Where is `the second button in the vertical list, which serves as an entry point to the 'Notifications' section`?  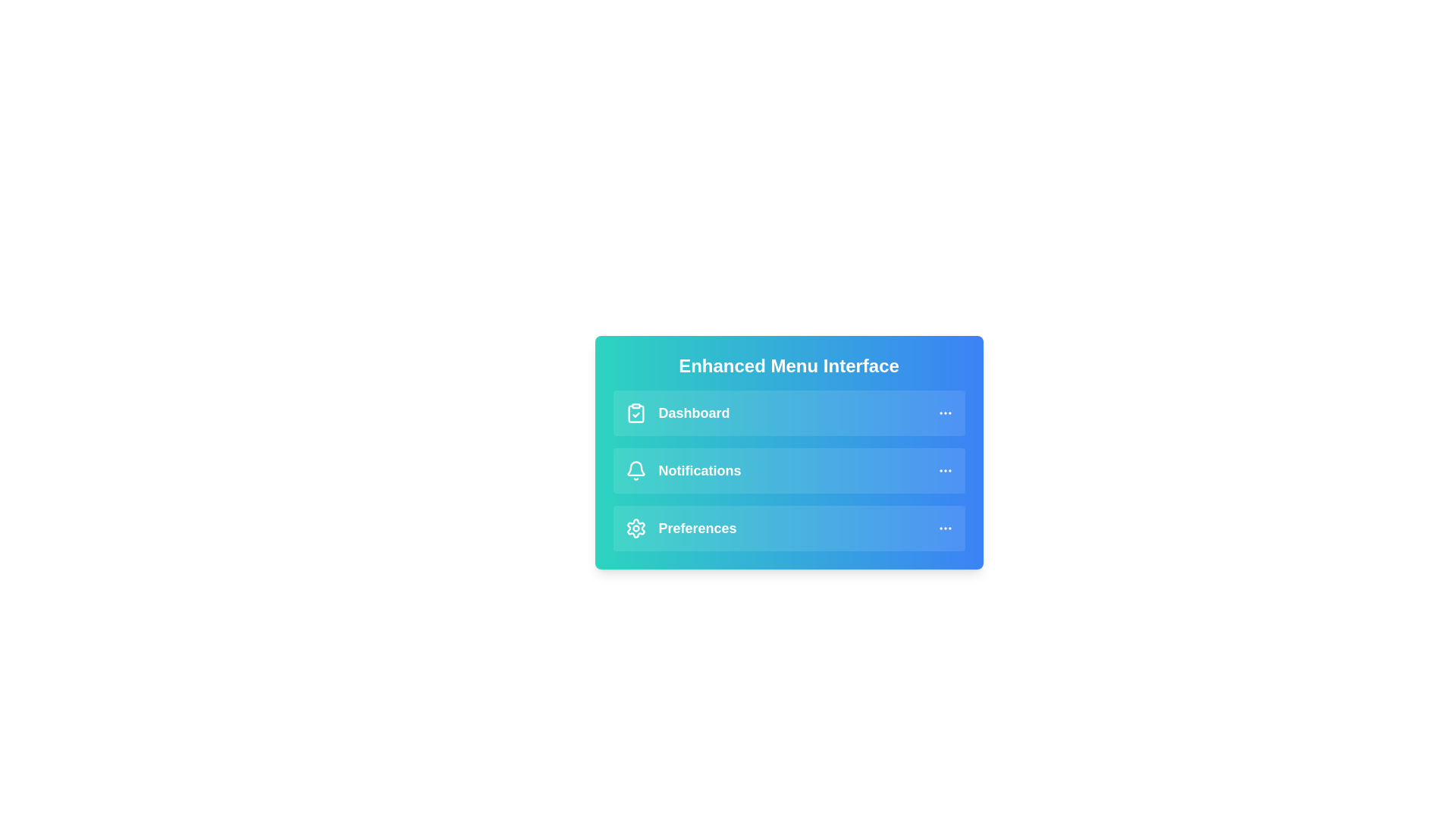 the second button in the vertical list, which serves as an entry point to the 'Notifications' section is located at coordinates (789, 470).